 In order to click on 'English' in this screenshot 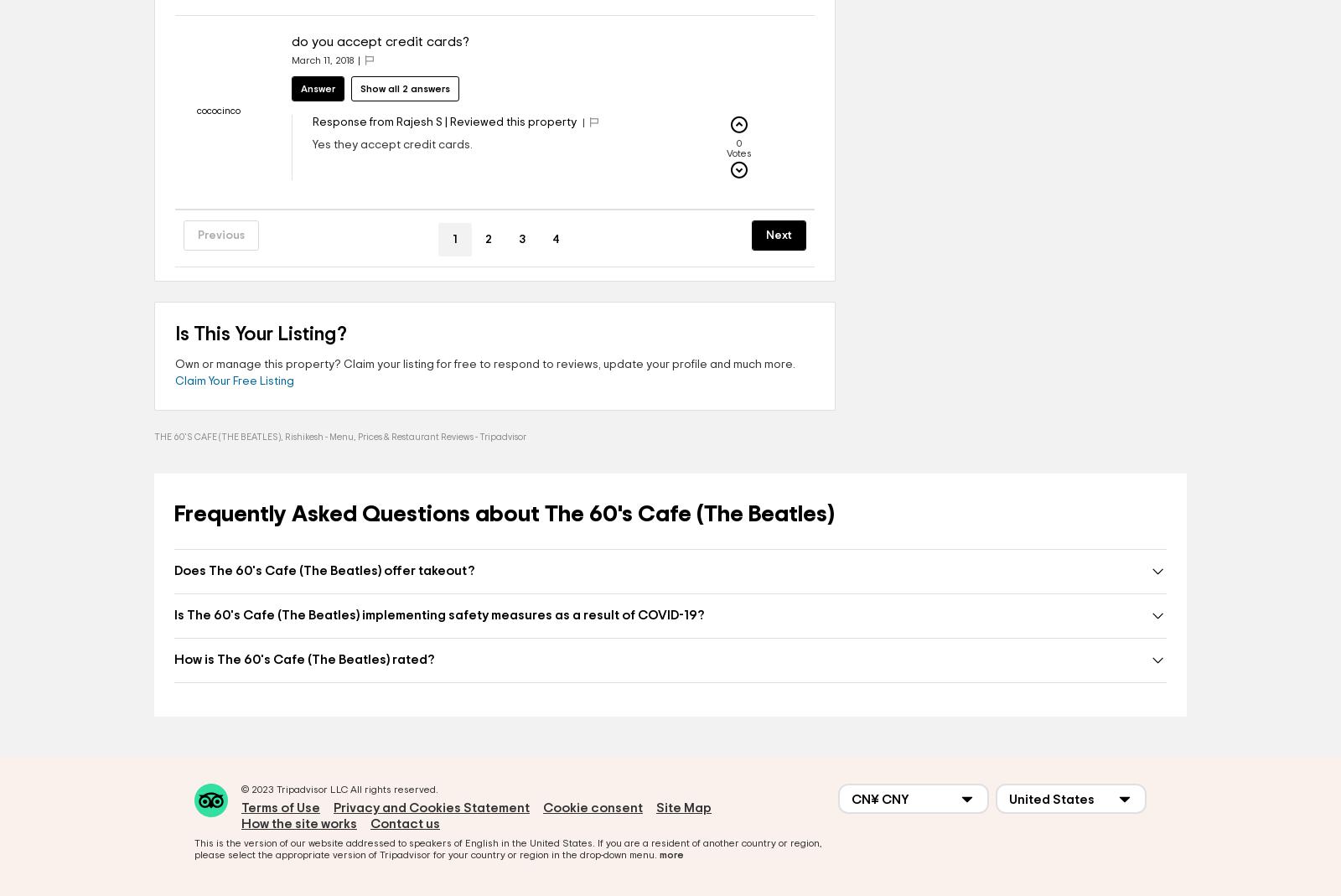, I will do `click(481, 843)`.